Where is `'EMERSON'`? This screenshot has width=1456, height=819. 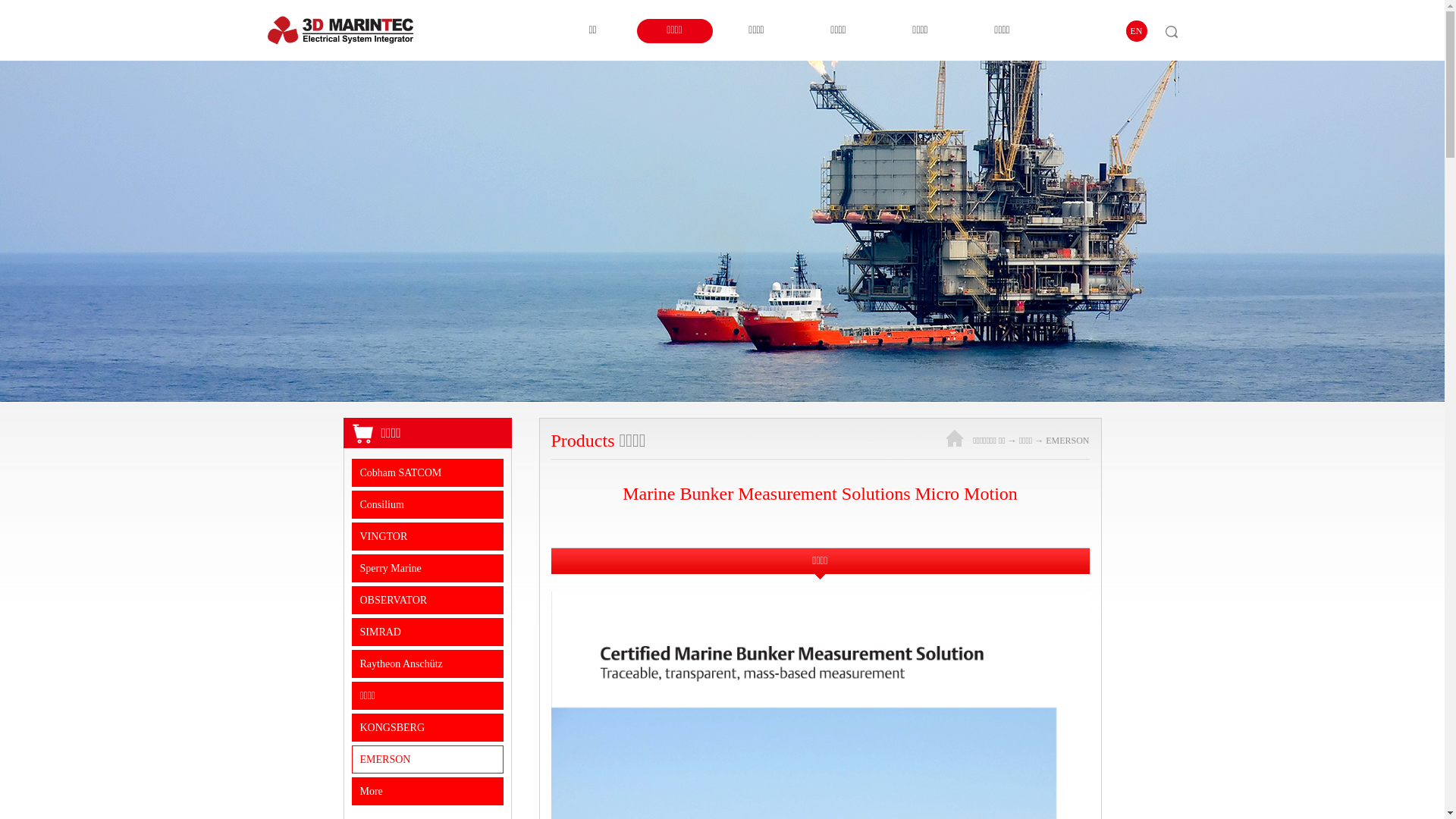 'EMERSON' is located at coordinates (427, 759).